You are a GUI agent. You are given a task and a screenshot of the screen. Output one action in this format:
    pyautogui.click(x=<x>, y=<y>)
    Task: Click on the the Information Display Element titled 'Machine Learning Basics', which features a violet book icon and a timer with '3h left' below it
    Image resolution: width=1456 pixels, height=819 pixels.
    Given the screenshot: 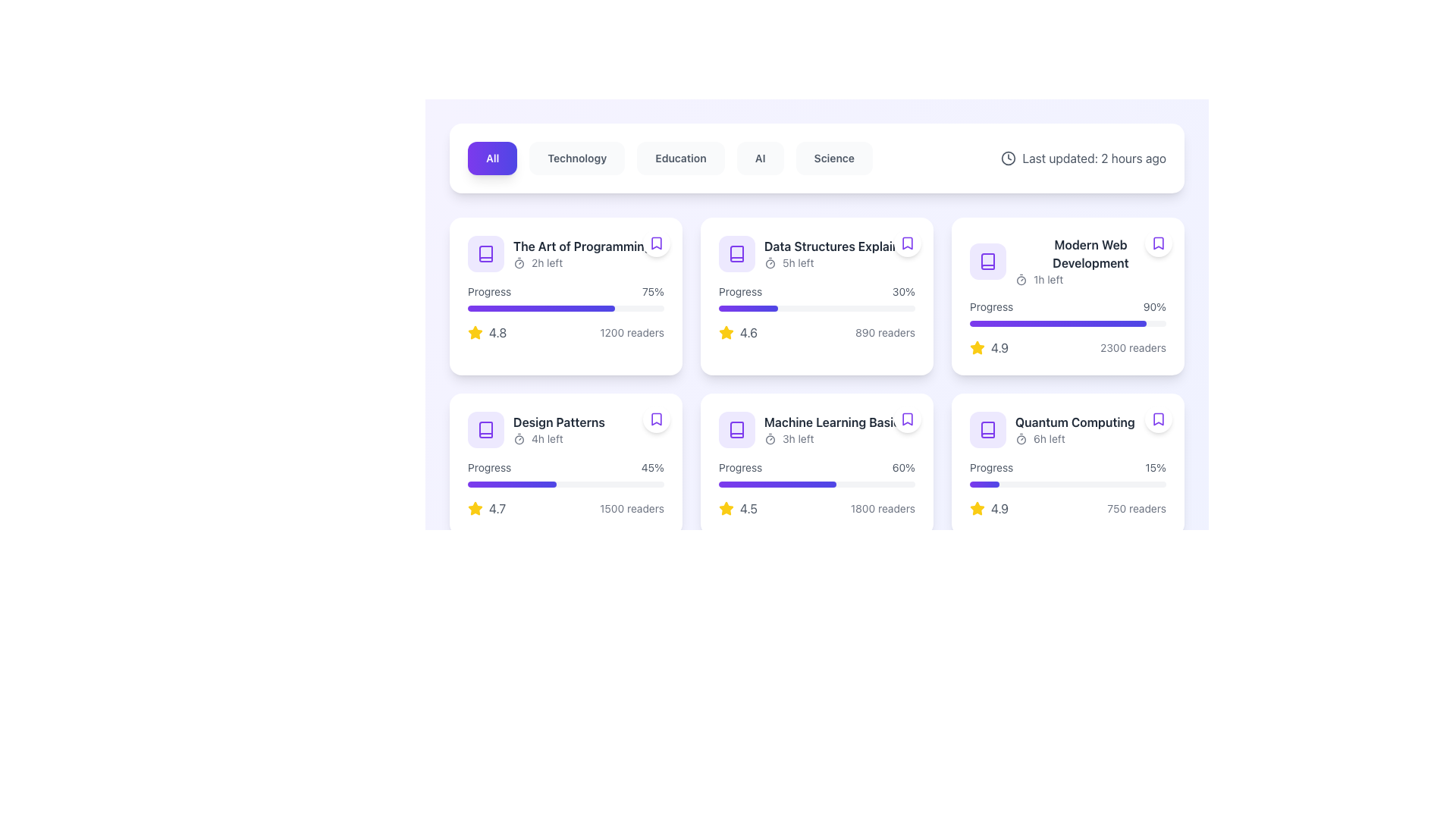 What is the action you would take?
    pyautogui.click(x=816, y=430)
    